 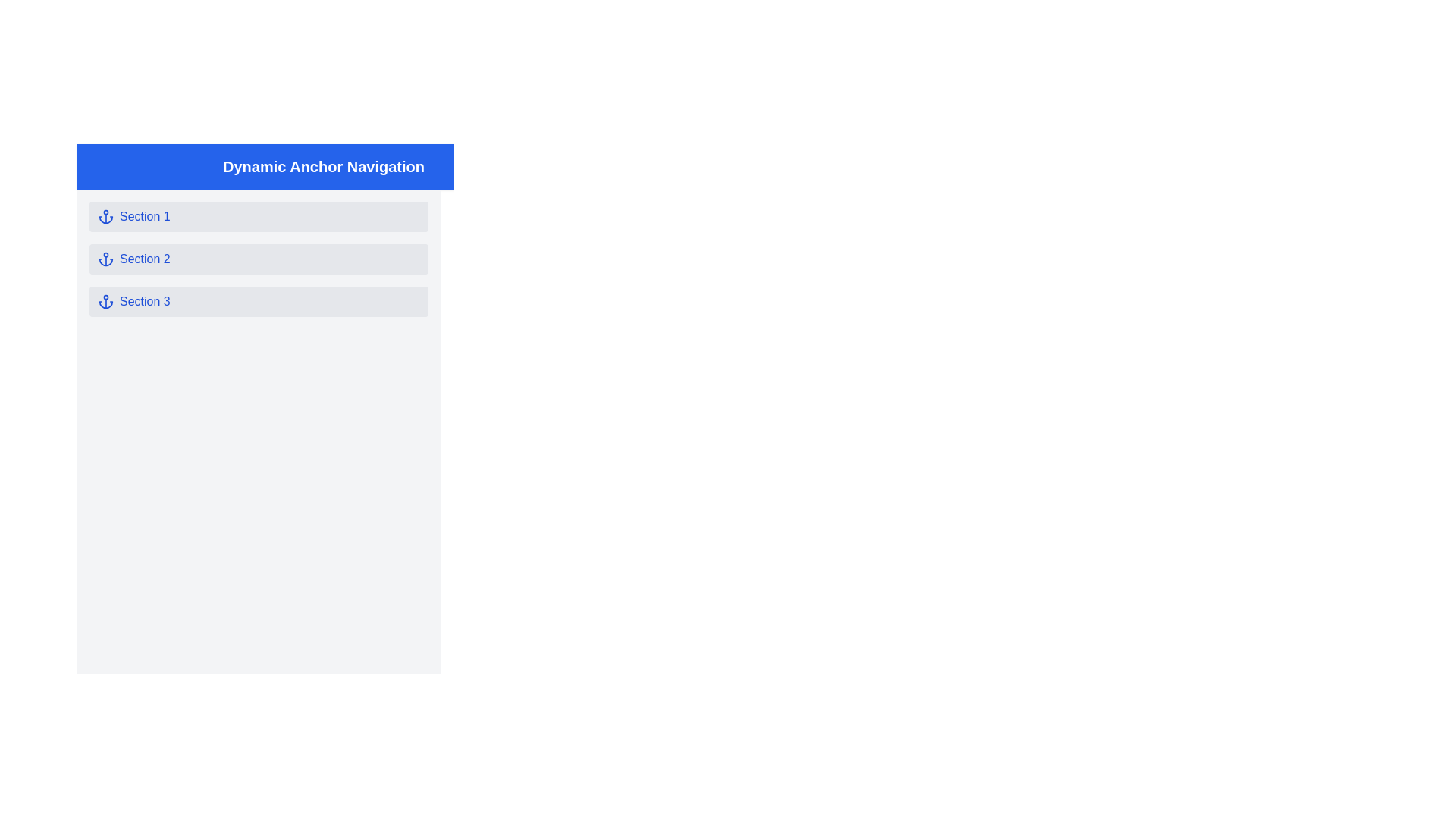 What do you see at coordinates (259, 216) in the screenshot?
I see `the first interactive link in the Dynamic Anchor Navigation list for keyboard navigation` at bounding box center [259, 216].